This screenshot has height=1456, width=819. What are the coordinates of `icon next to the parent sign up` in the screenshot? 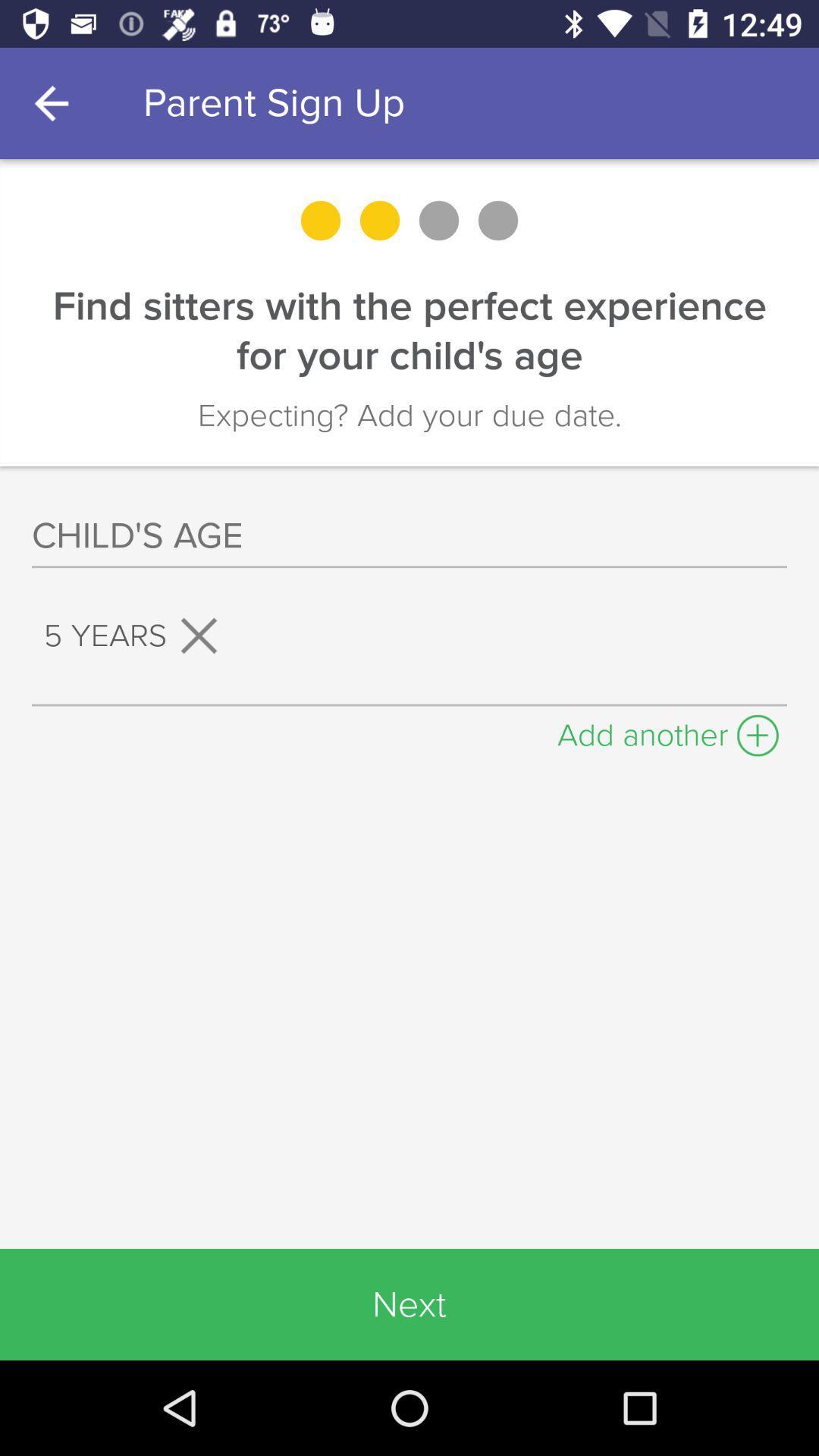 It's located at (55, 102).